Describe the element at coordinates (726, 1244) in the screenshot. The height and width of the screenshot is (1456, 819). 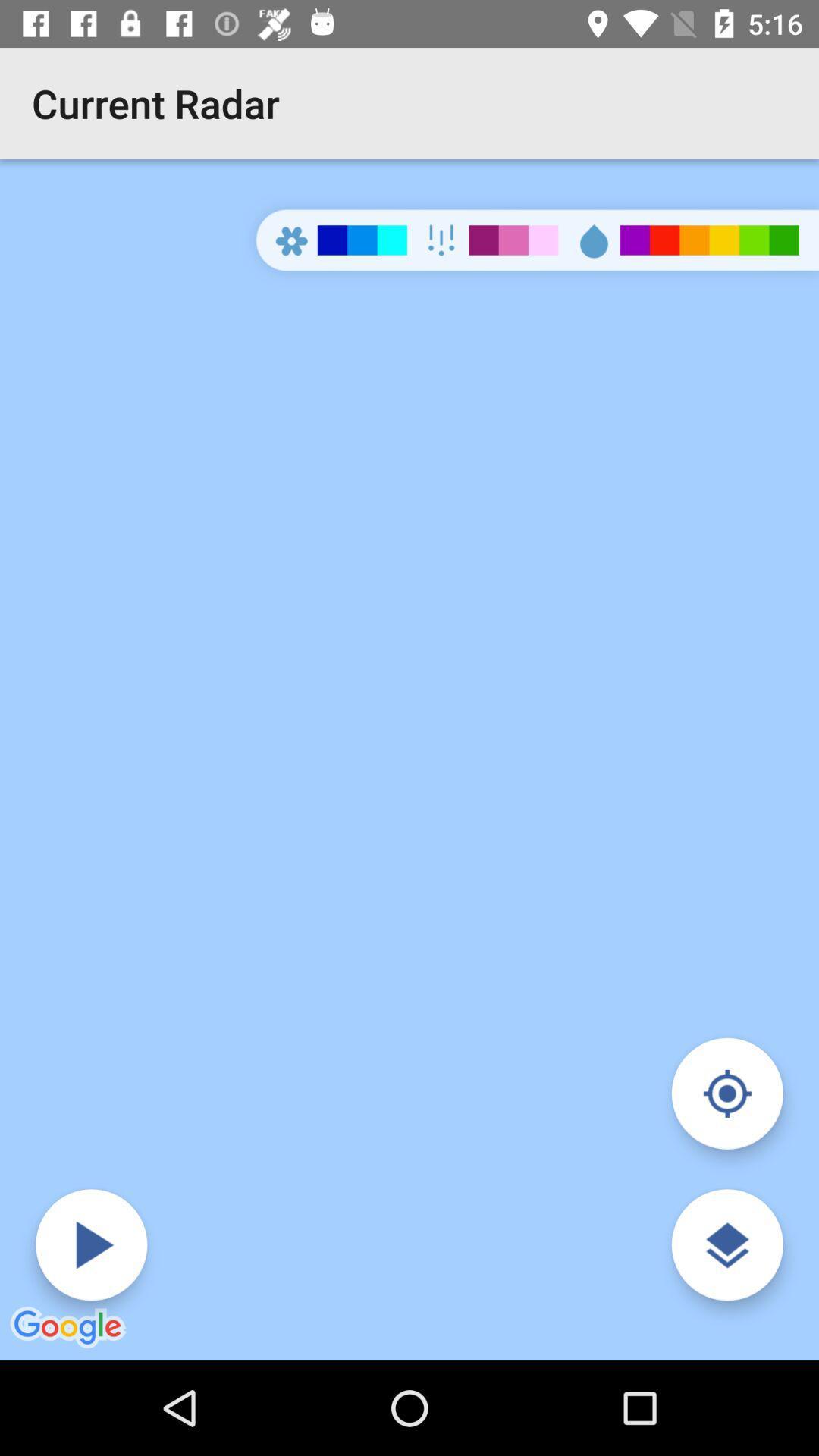
I see `the layers icon` at that location.